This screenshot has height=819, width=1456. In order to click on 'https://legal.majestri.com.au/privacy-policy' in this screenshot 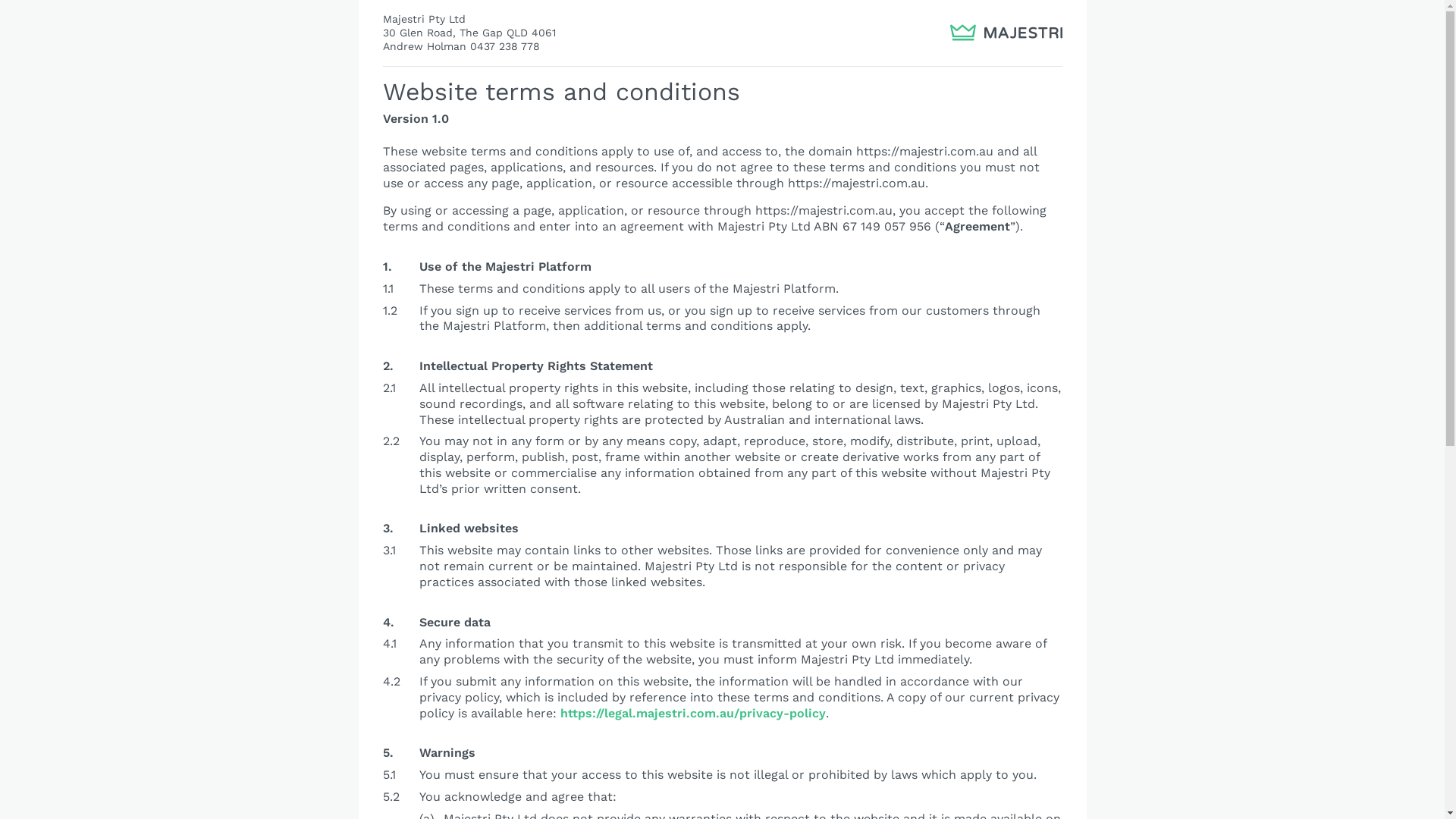, I will do `click(691, 713)`.